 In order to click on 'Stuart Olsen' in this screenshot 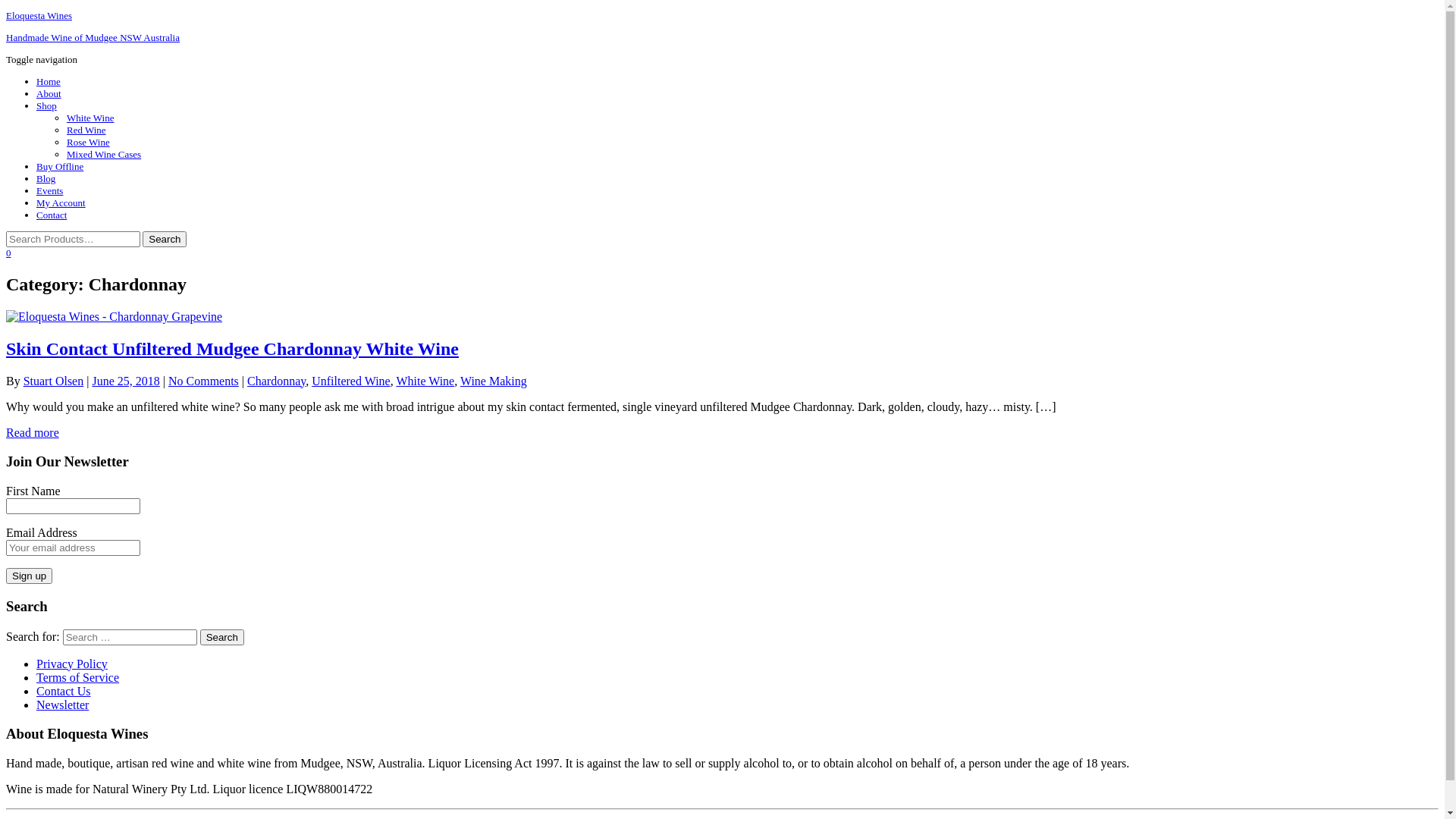, I will do `click(54, 380)`.